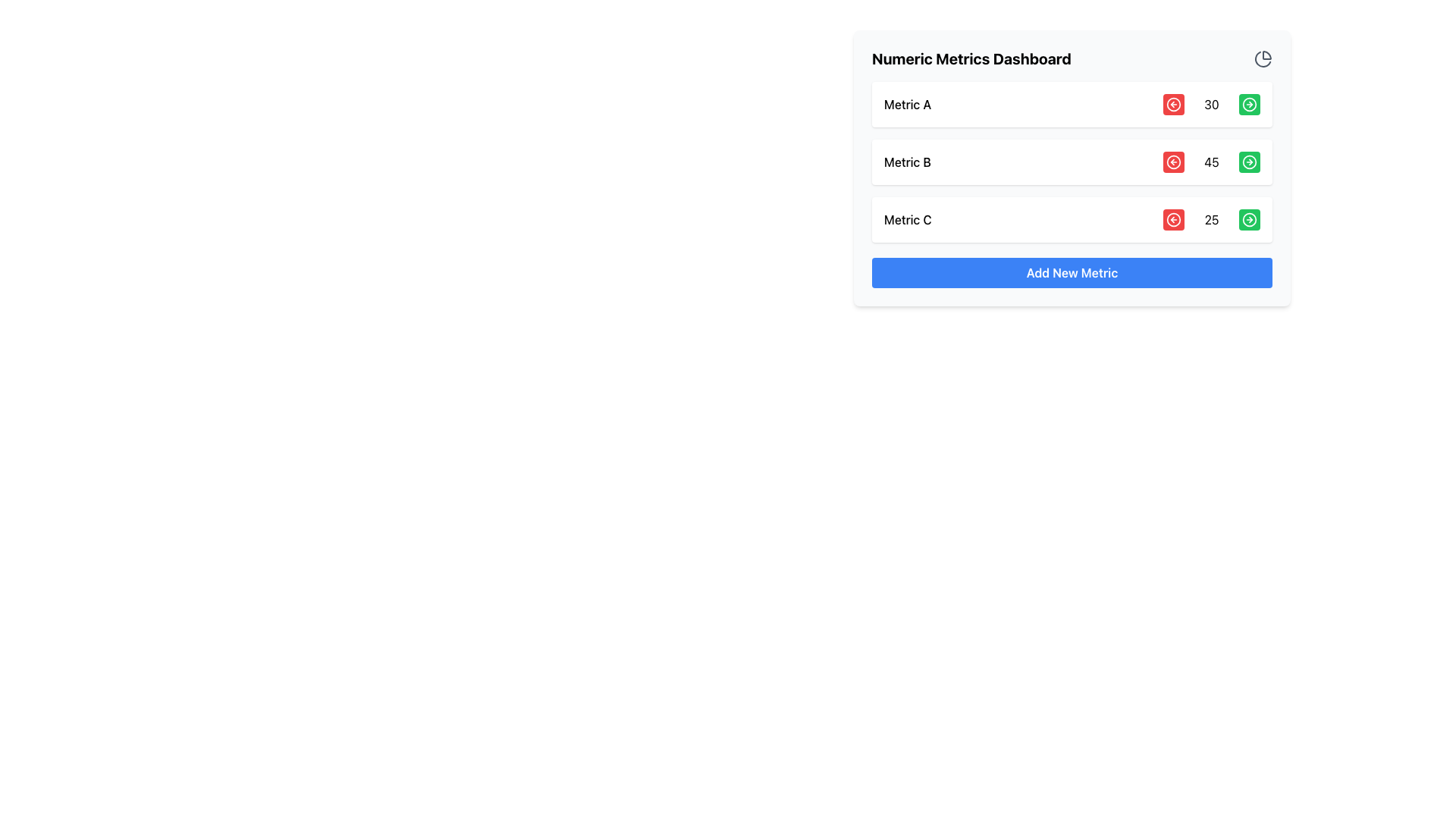  I want to click on value displayed in the numeric display for 'Metric B', which is centrally located between two circular action buttons, so click(1211, 162).